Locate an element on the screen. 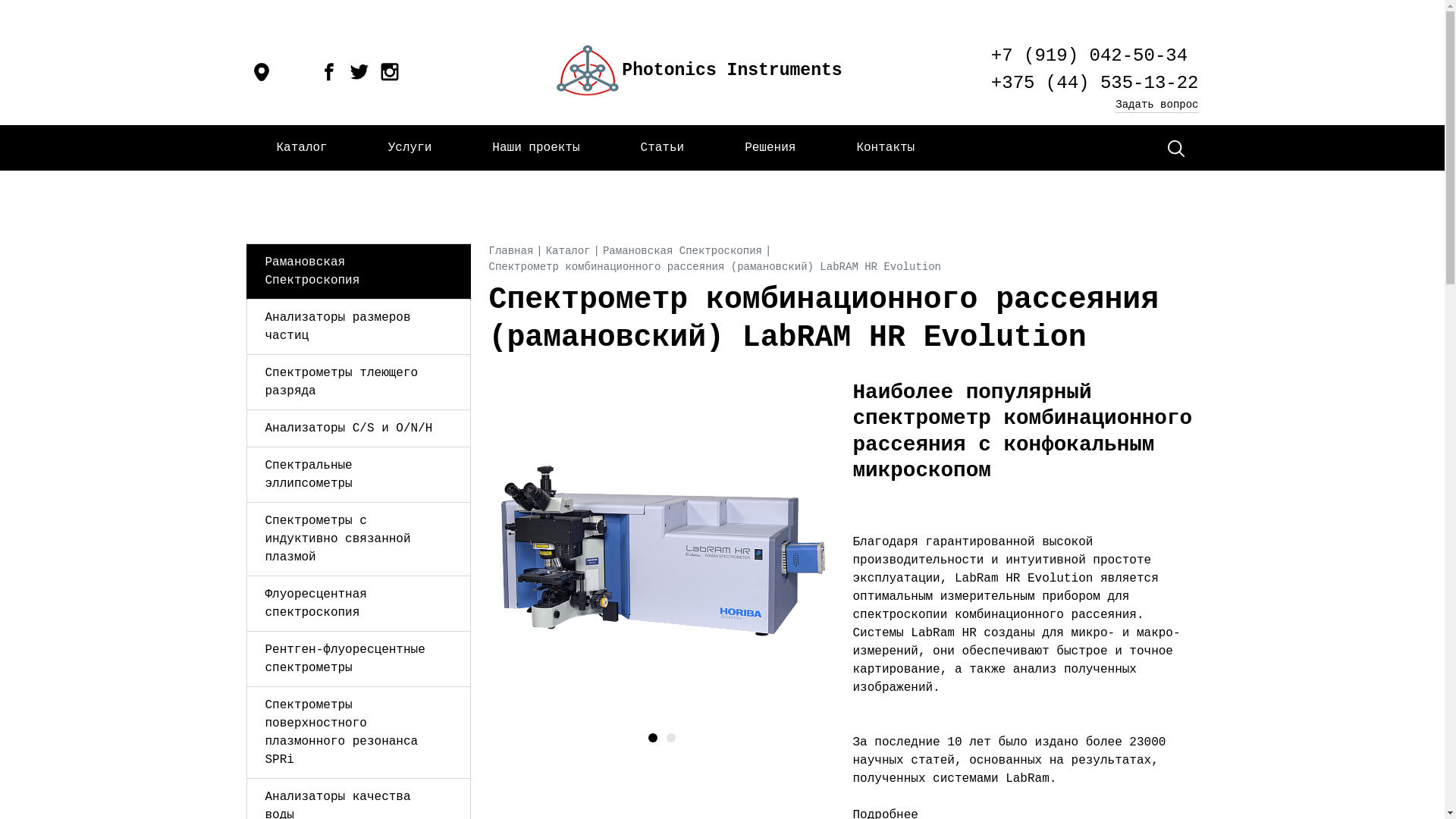 The height and width of the screenshot is (819, 1456). 'Photonics Instruments' is located at coordinates (697, 72).